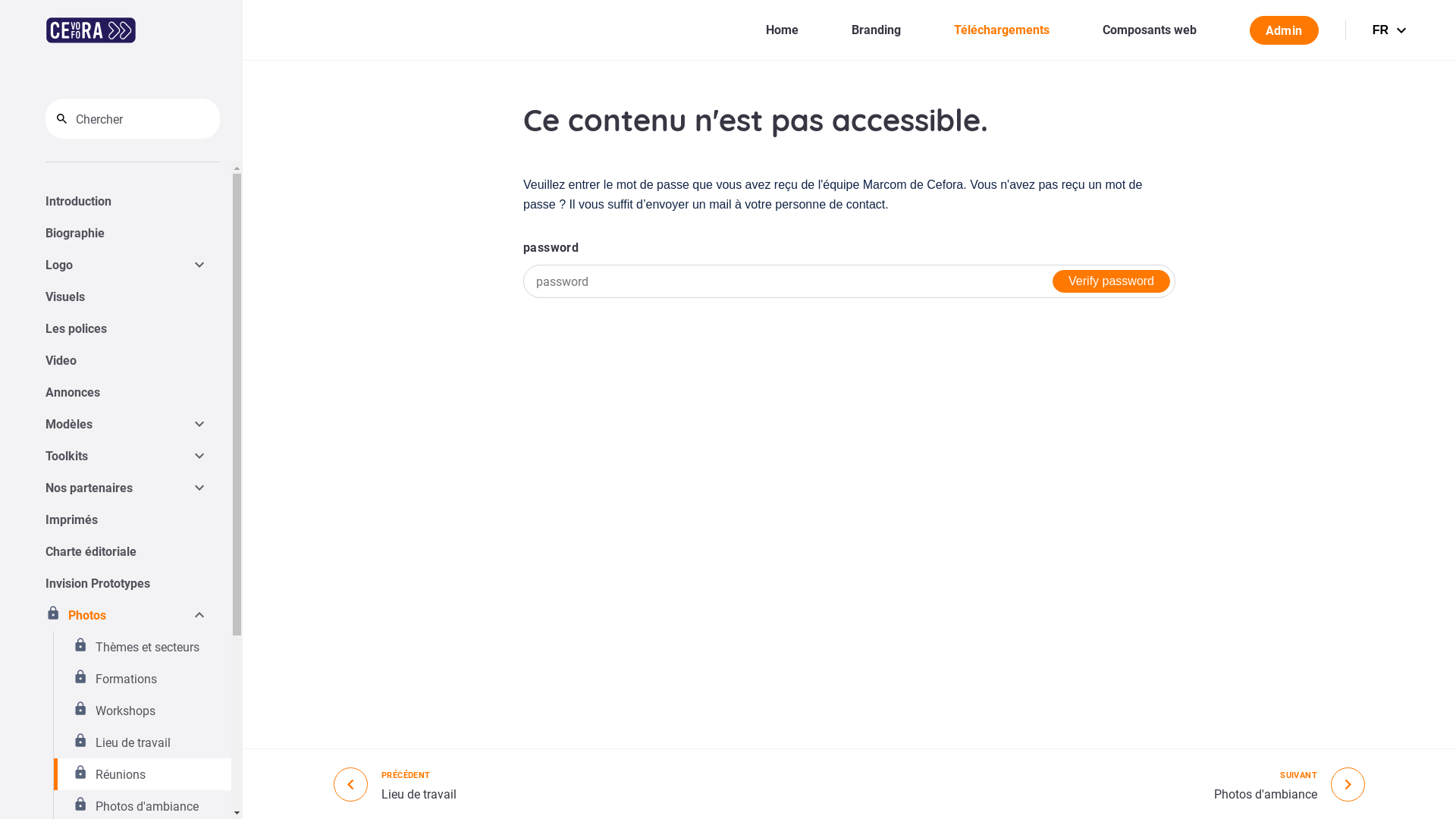 This screenshot has height=819, width=1456. What do you see at coordinates (1391, 29) in the screenshot?
I see `'FR'` at bounding box center [1391, 29].